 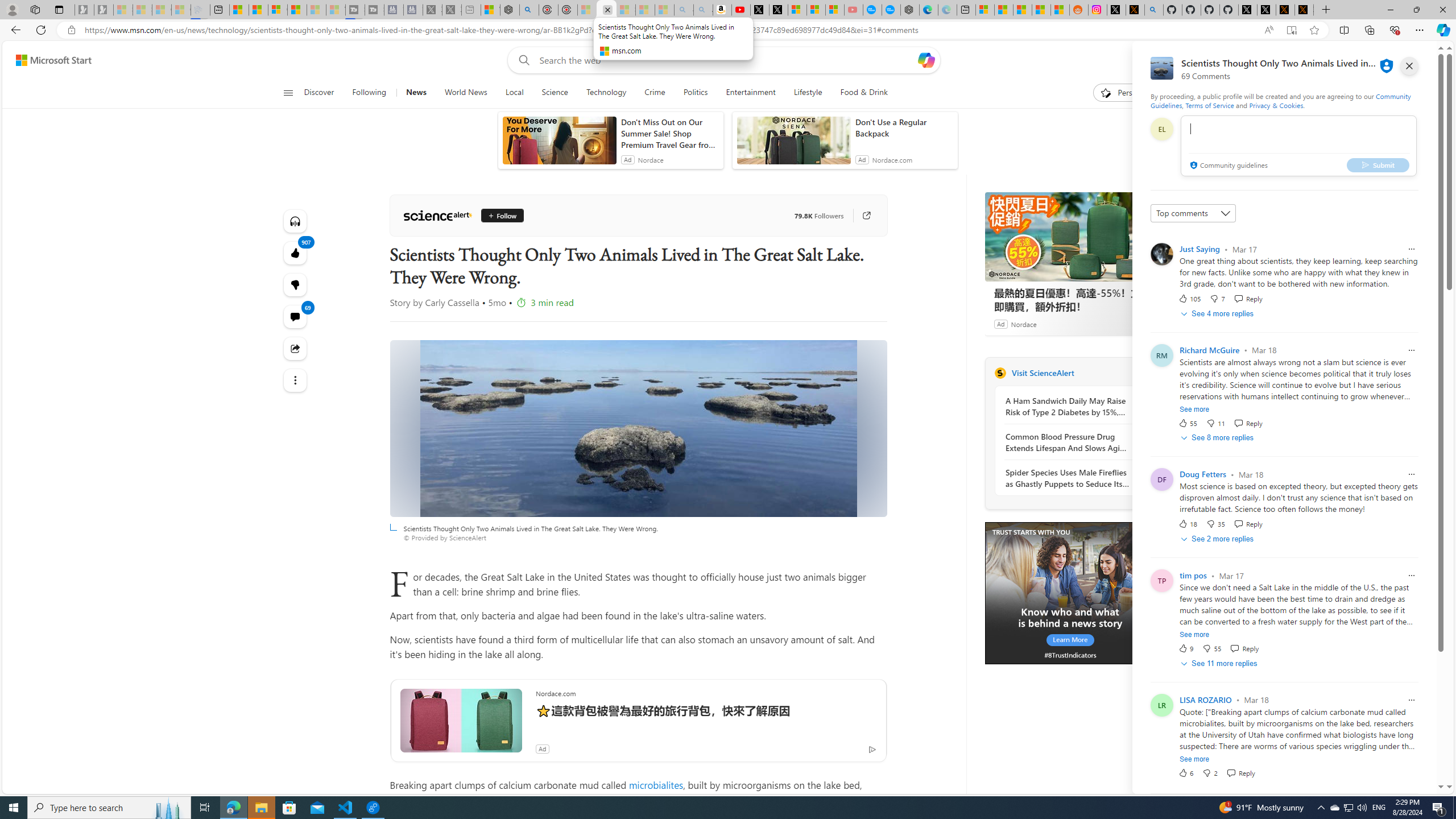 I want to click on 'Doug Fetters', so click(x=1203, y=474).